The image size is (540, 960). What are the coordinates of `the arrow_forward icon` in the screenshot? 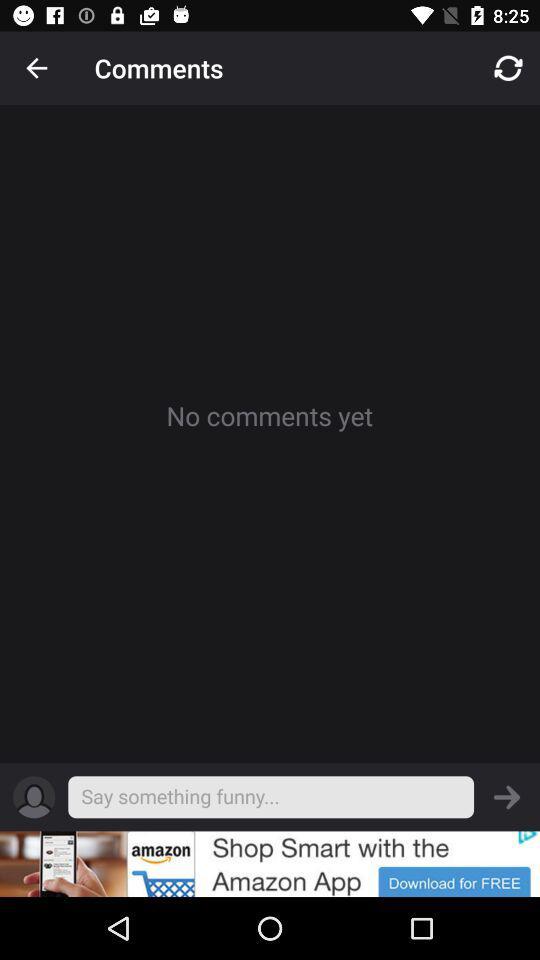 It's located at (507, 797).